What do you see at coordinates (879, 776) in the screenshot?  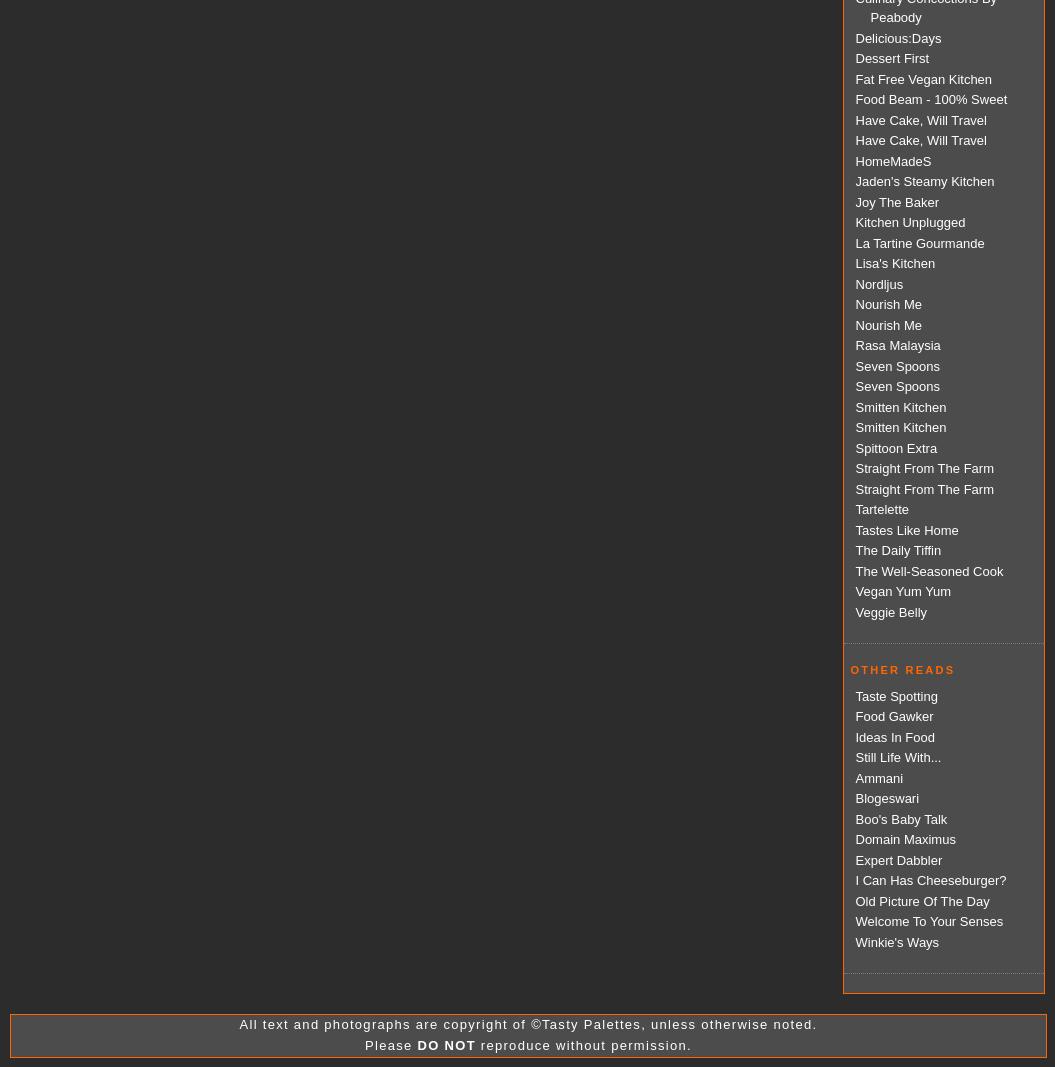 I see `'Ammani'` at bounding box center [879, 776].